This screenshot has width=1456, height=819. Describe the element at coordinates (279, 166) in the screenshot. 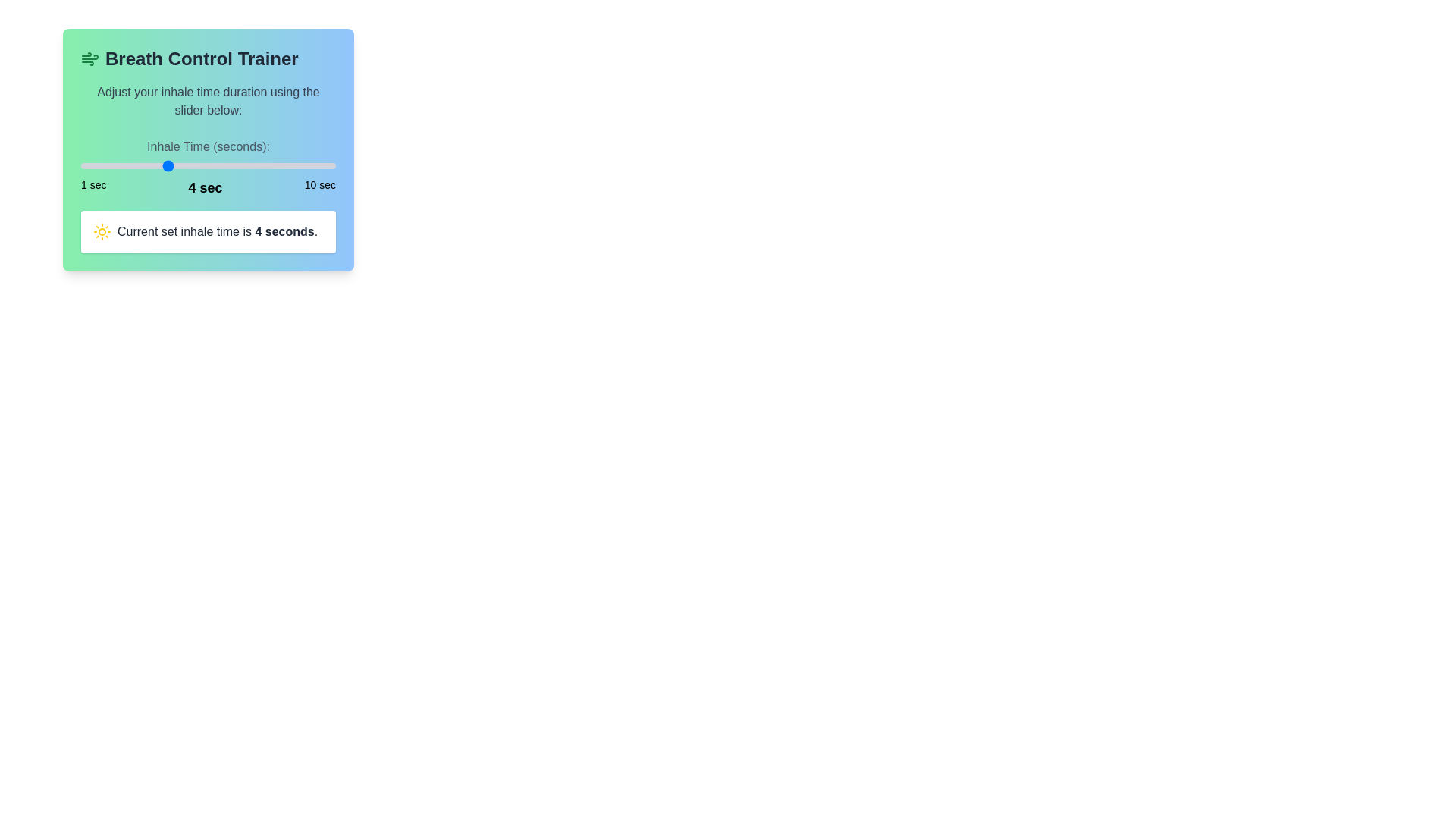

I see `the inhale time to 8 seconds using the slider` at that location.